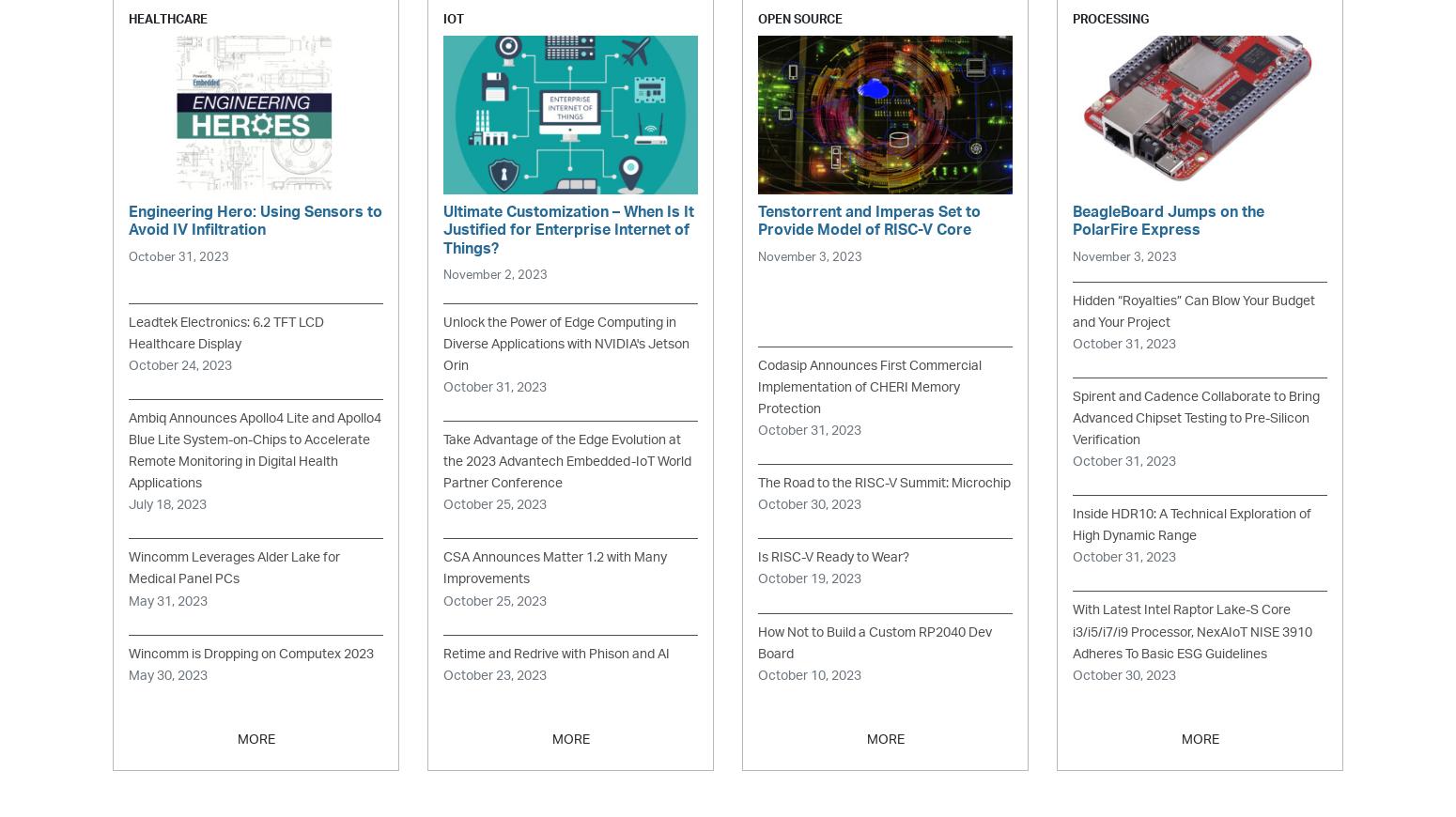 The width and height of the screenshot is (1456, 817). I want to click on 'IoT', so click(452, 18).